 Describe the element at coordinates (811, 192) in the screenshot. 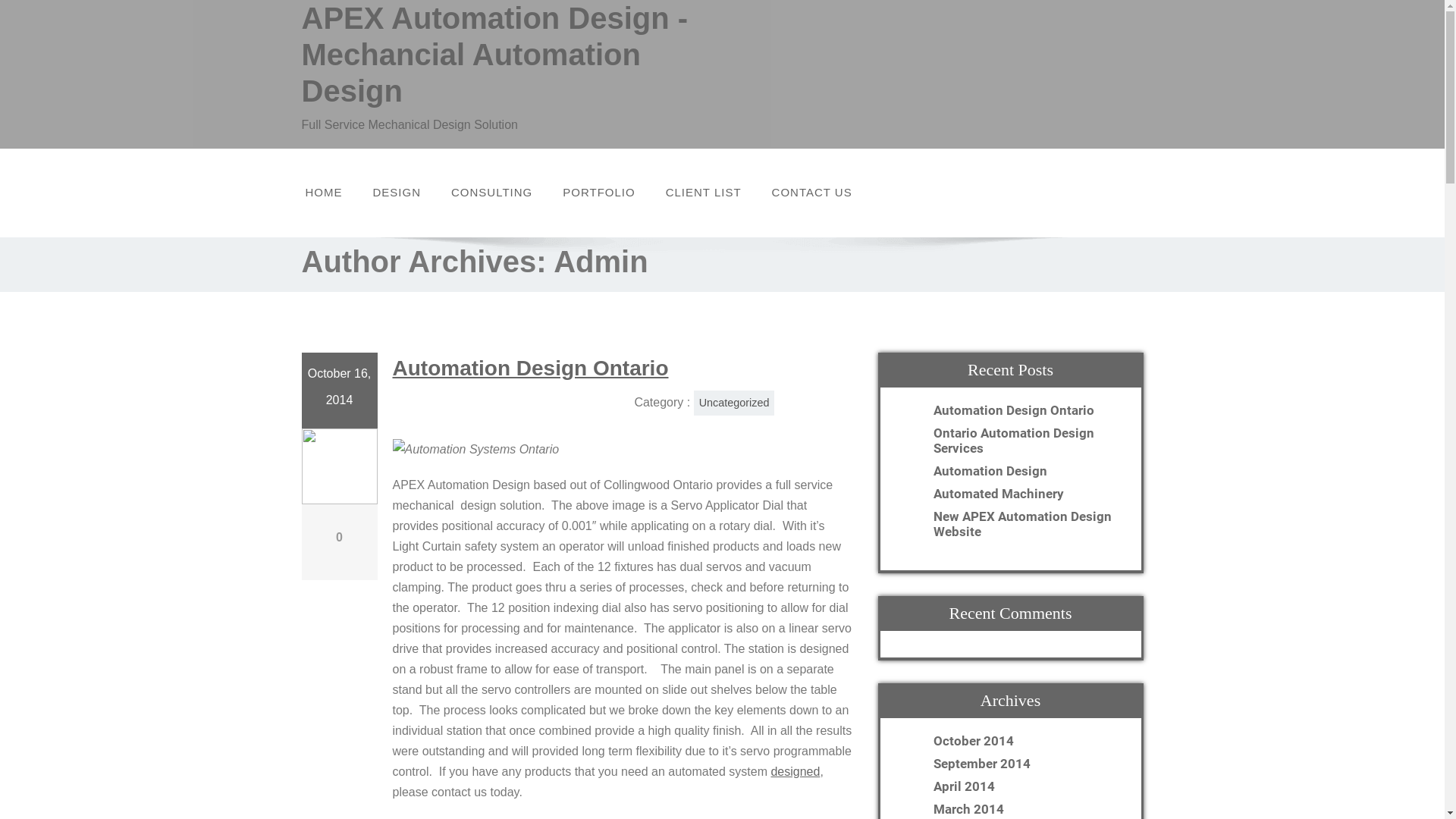

I see `'CONTACT US'` at that location.